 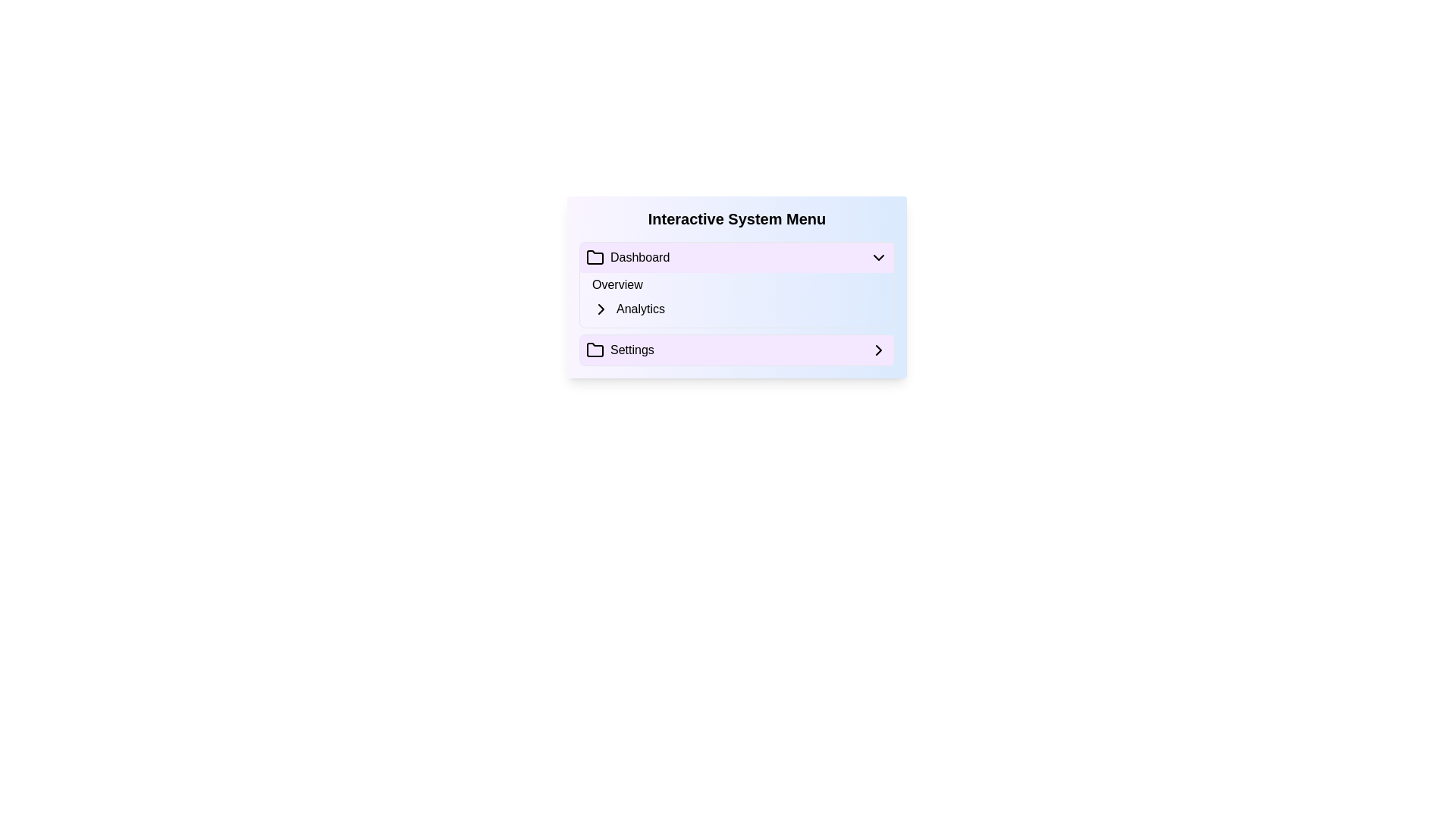 I want to click on the 'Dashboard' label with the folder icon located at the top-left corner of the collapsible section in the interactive system menu for tooltip or highlight effect, so click(x=628, y=256).